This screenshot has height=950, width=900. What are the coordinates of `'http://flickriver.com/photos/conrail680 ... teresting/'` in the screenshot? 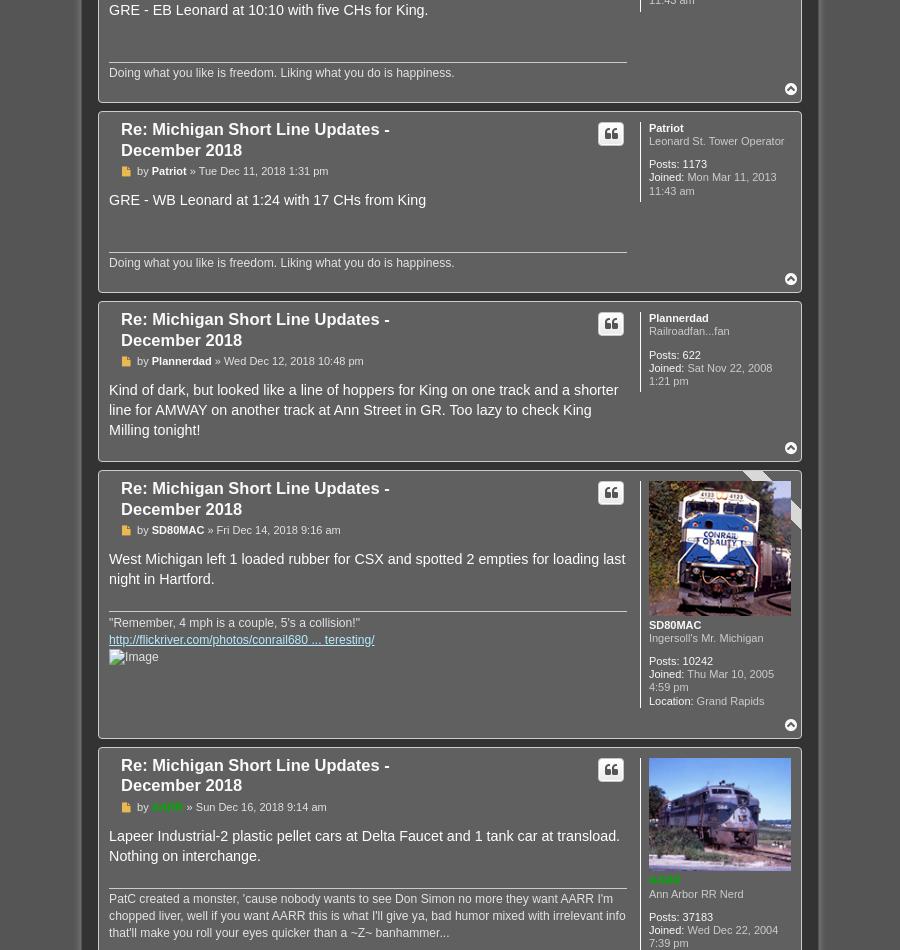 It's located at (240, 638).